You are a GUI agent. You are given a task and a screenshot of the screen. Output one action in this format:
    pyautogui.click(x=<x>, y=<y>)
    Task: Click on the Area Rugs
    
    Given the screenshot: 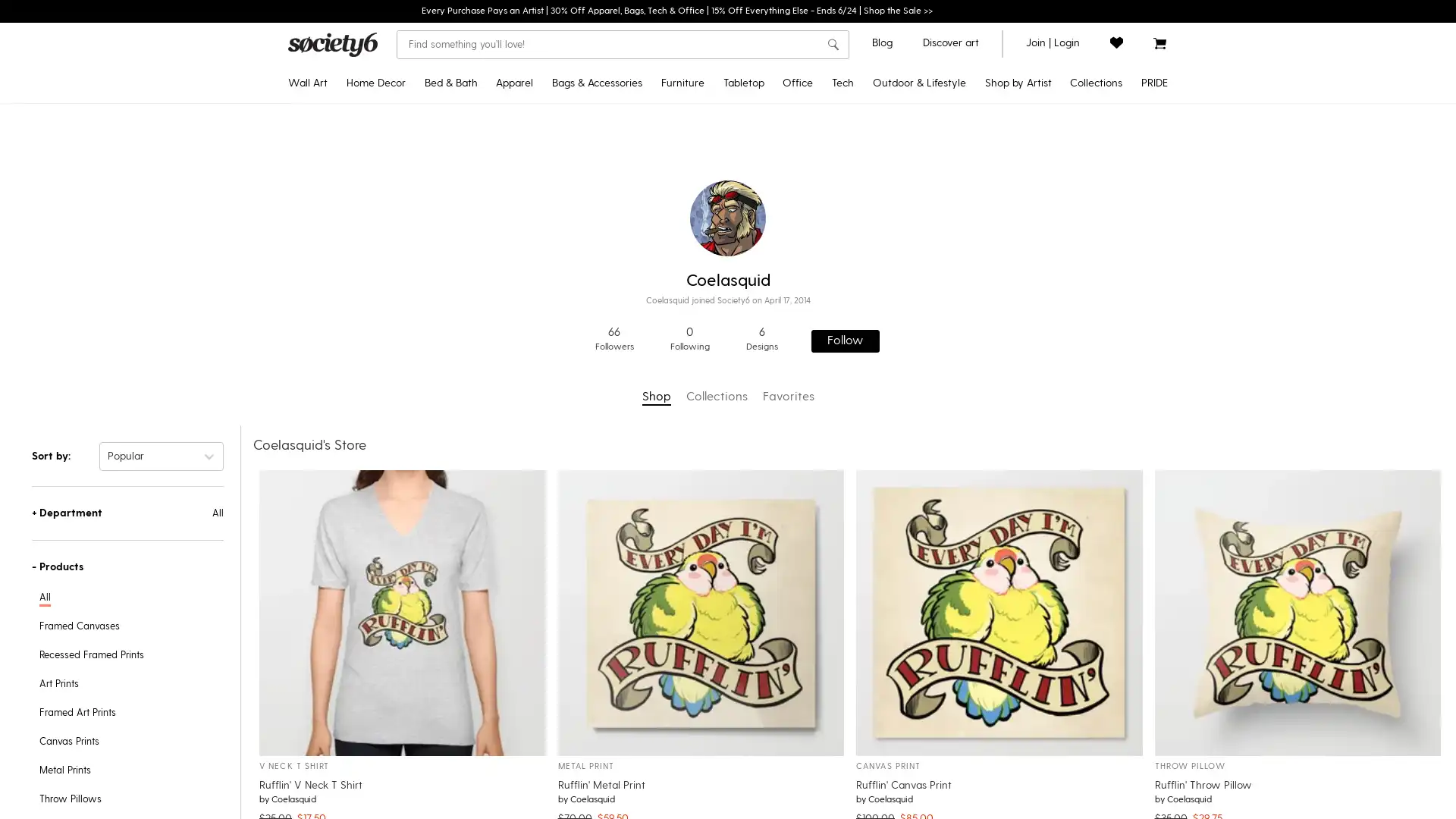 What is the action you would take?
    pyautogui.click(x=404, y=341)
    